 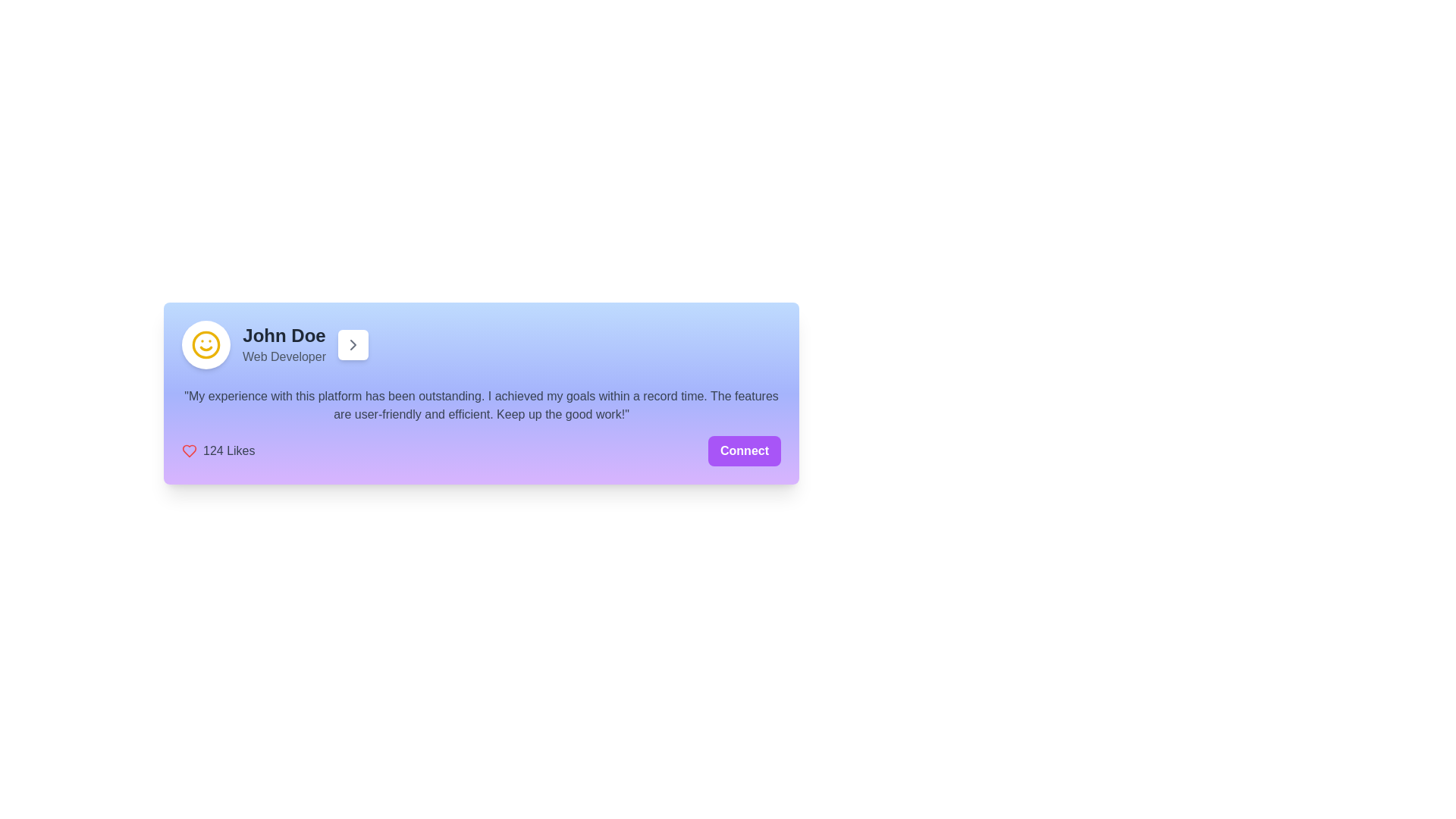 What do you see at coordinates (206, 345) in the screenshot?
I see `the white circular button with a yellow smiley face icon, located to the left of the name 'John Doe' in the profile card header section` at bounding box center [206, 345].